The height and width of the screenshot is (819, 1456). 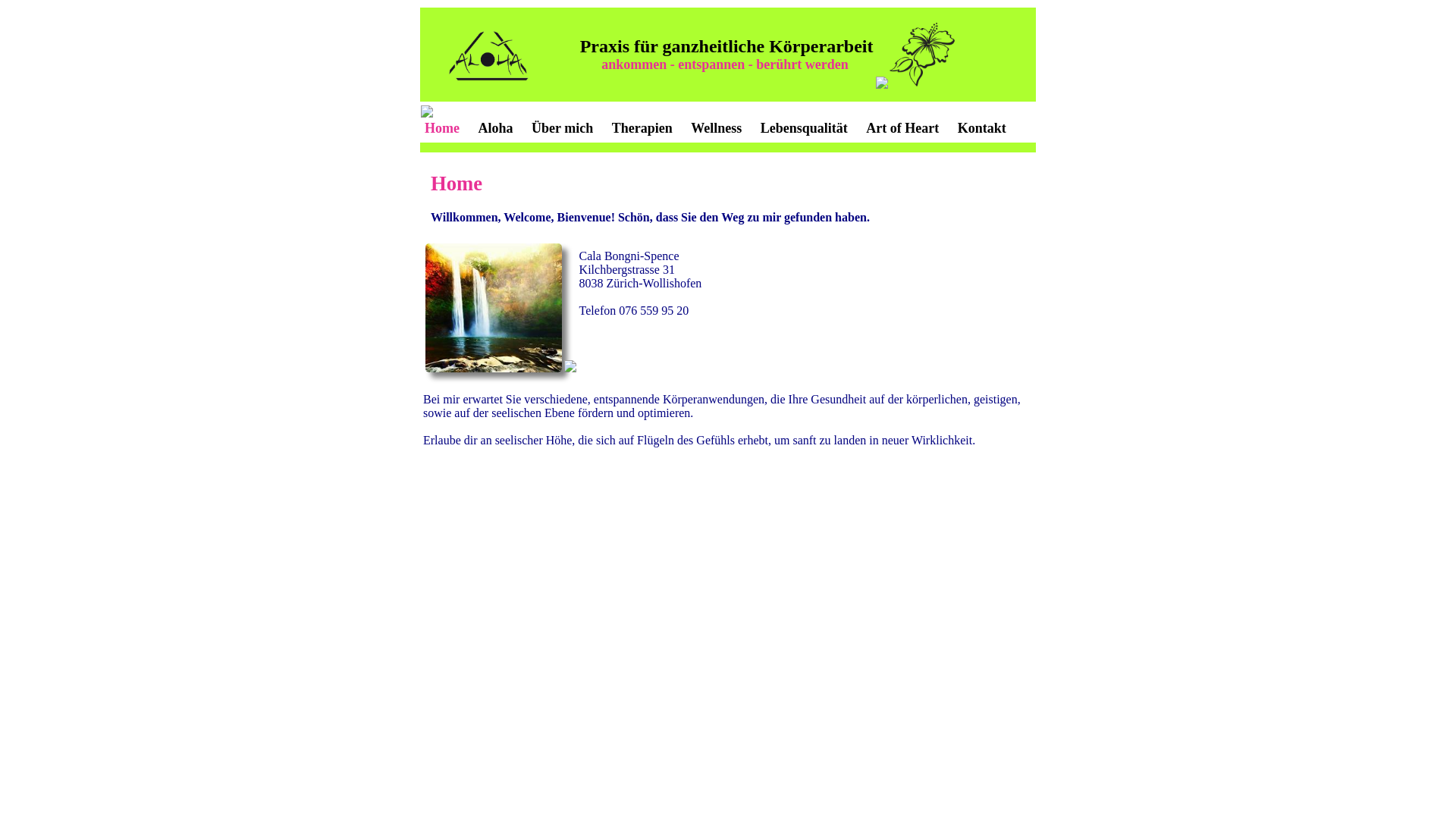 What do you see at coordinates (495, 127) in the screenshot?
I see `'Aloha'` at bounding box center [495, 127].